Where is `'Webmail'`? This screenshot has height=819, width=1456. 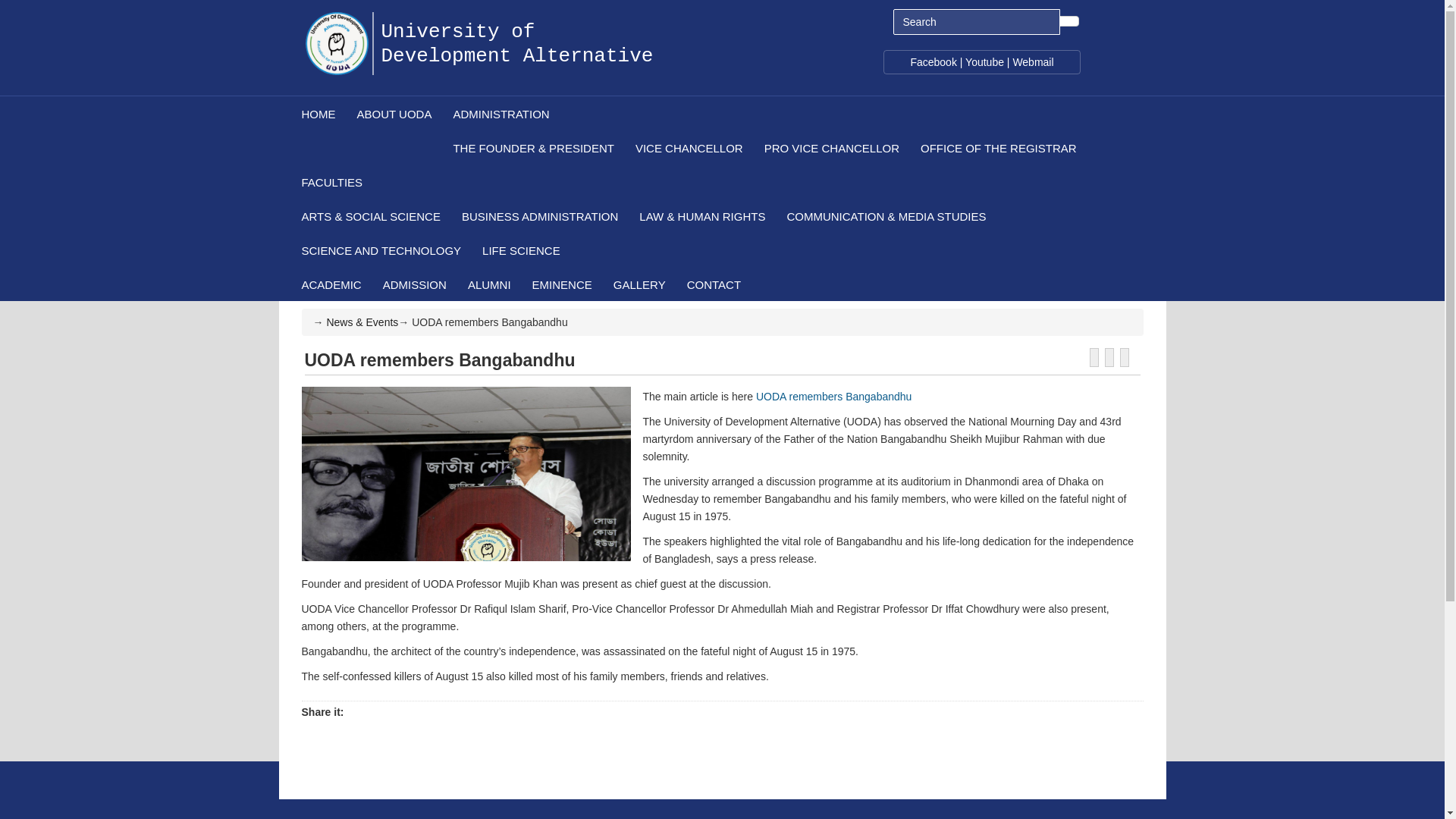
'Webmail' is located at coordinates (1032, 61).